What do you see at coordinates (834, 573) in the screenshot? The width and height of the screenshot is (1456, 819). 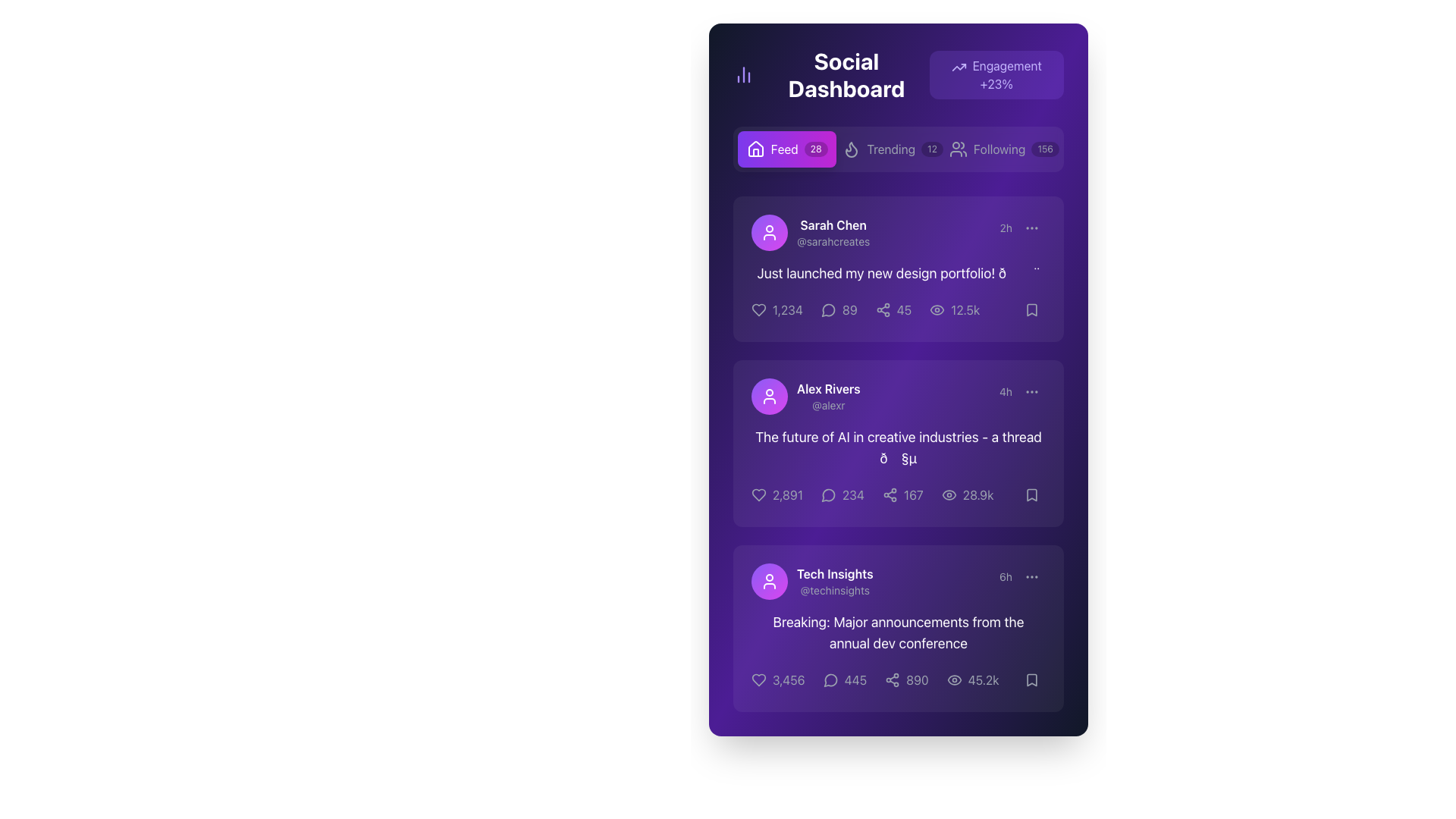 I see `text label displaying the title or name associated with the content creator, which is located near the top-left segment of a card in the feed, next to an avatar icon and above a smaller gray-colored text element '@techinsights'` at bounding box center [834, 573].